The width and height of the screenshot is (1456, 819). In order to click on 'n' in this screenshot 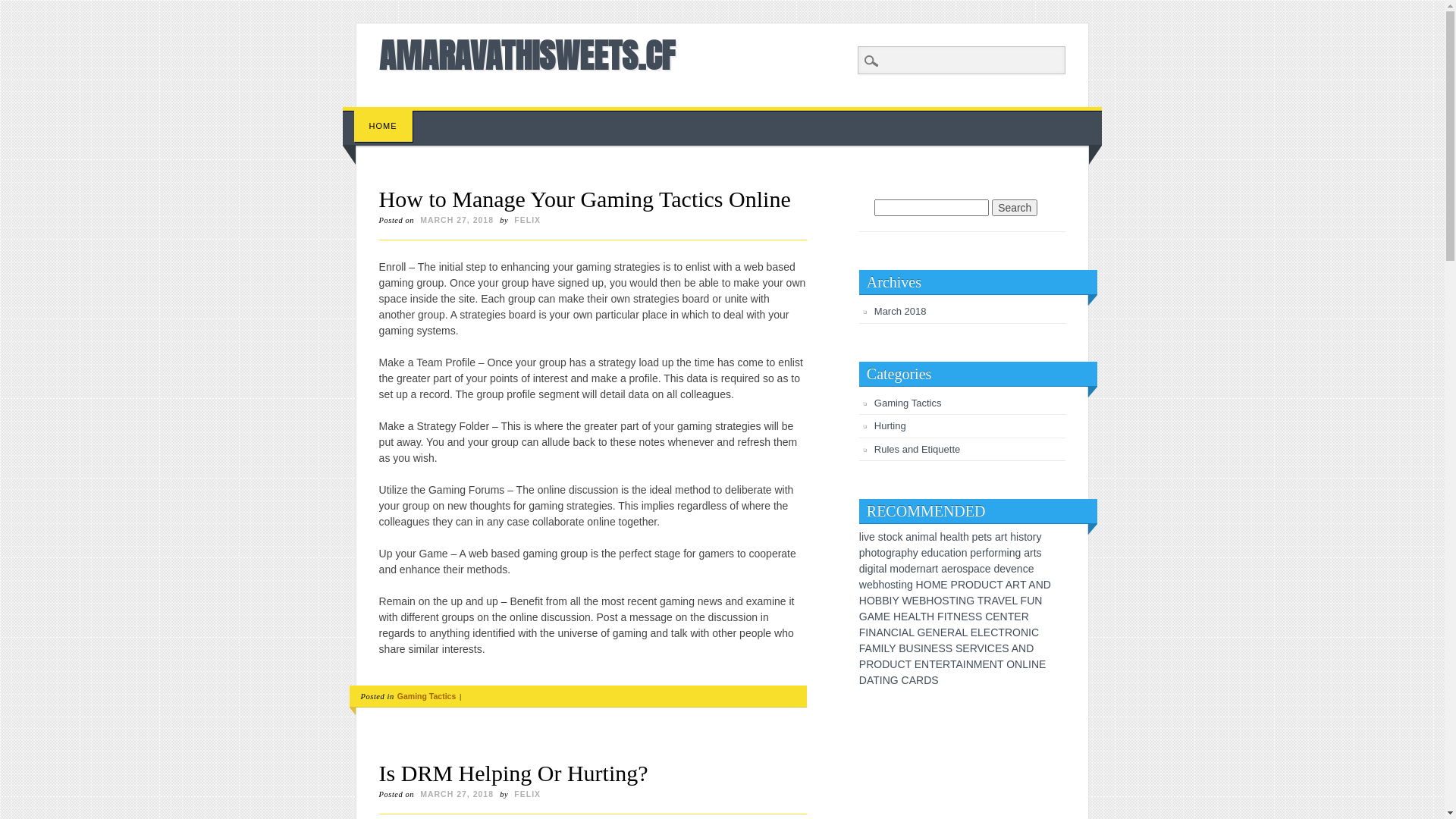, I will do `click(1012, 553)`.